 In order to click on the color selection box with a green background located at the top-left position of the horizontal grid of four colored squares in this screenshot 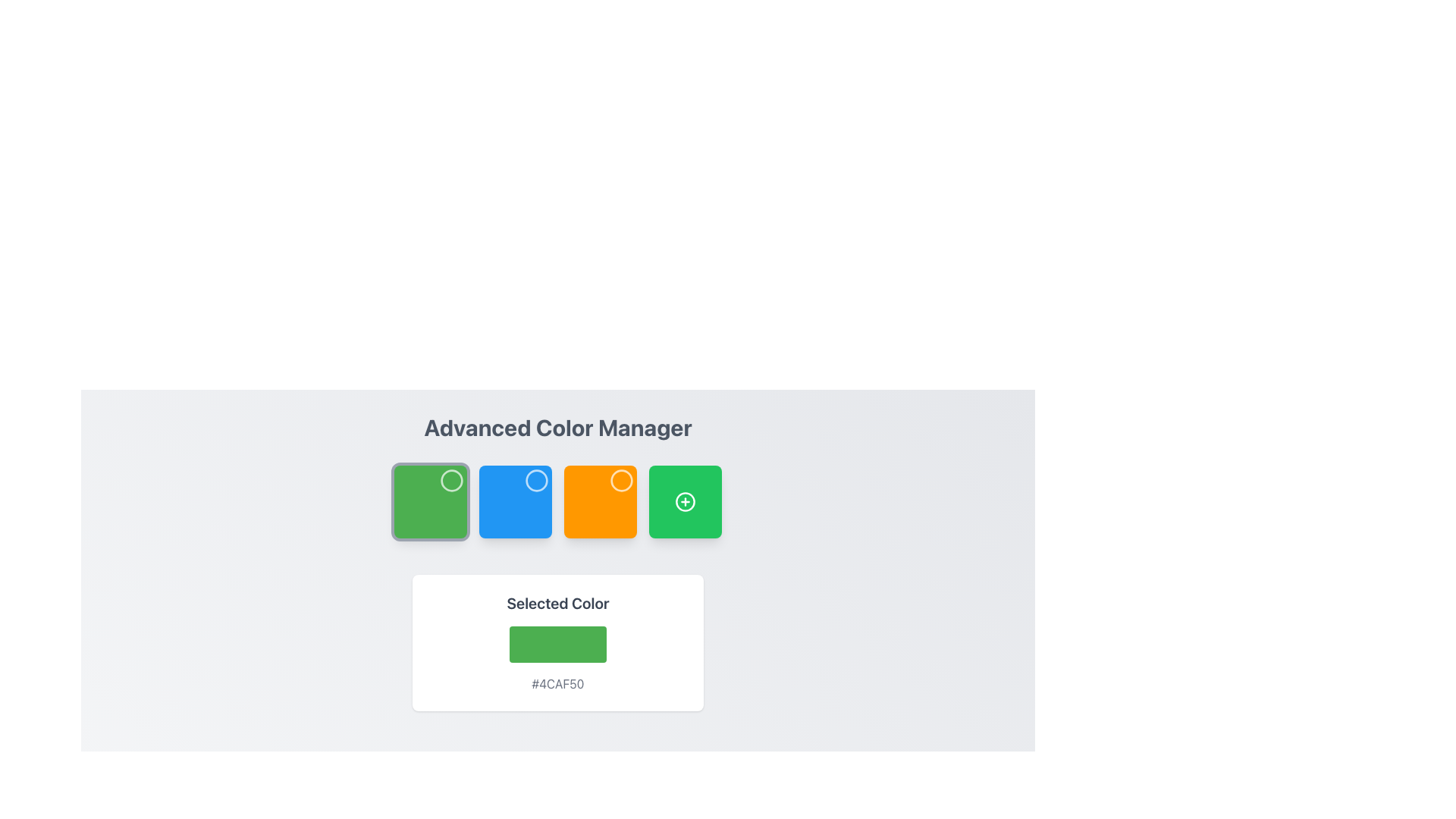, I will do `click(429, 502)`.